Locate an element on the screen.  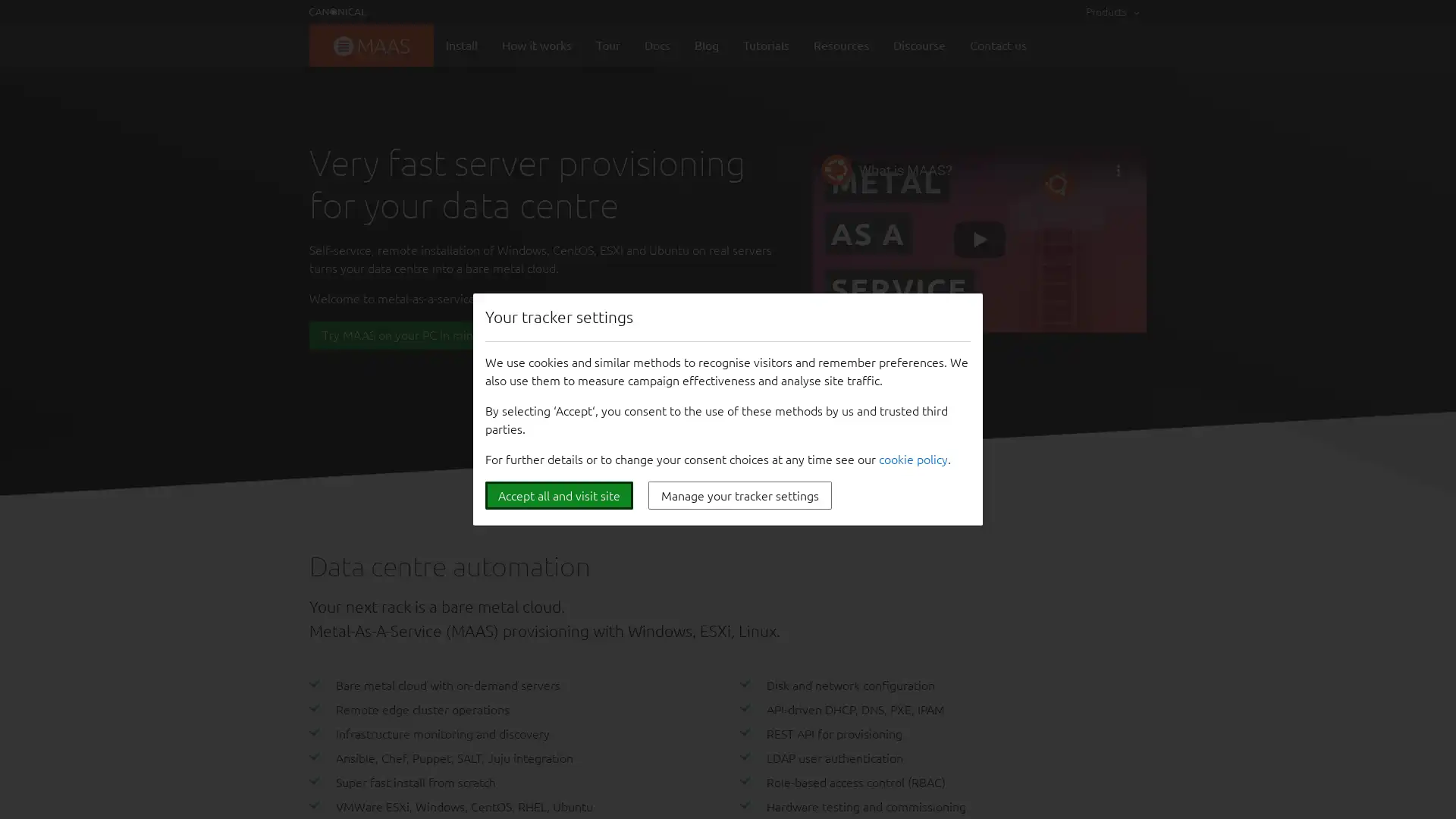
Accept all and visit site is located at coordinates (558, 495).